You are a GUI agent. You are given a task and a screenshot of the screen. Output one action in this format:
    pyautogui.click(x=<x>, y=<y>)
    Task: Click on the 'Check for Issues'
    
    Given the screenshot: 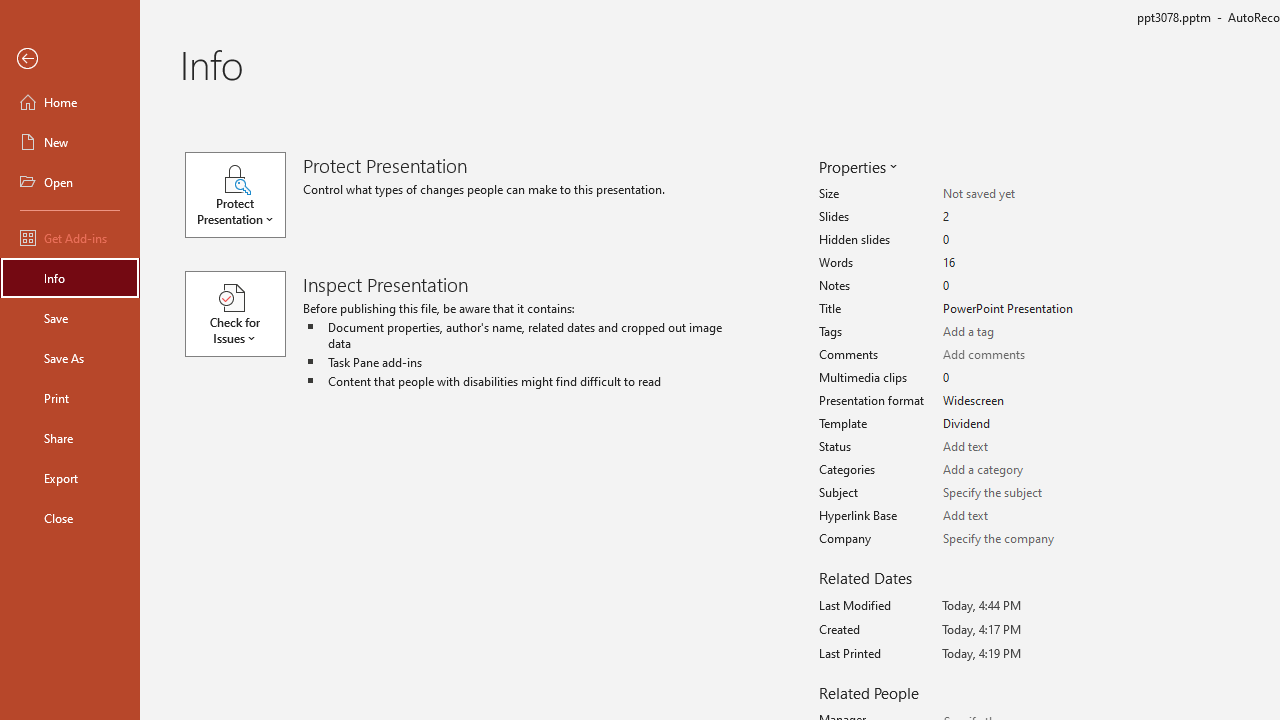 What is the action you would take?
    pyautogui.click(x=243, y=313)
    